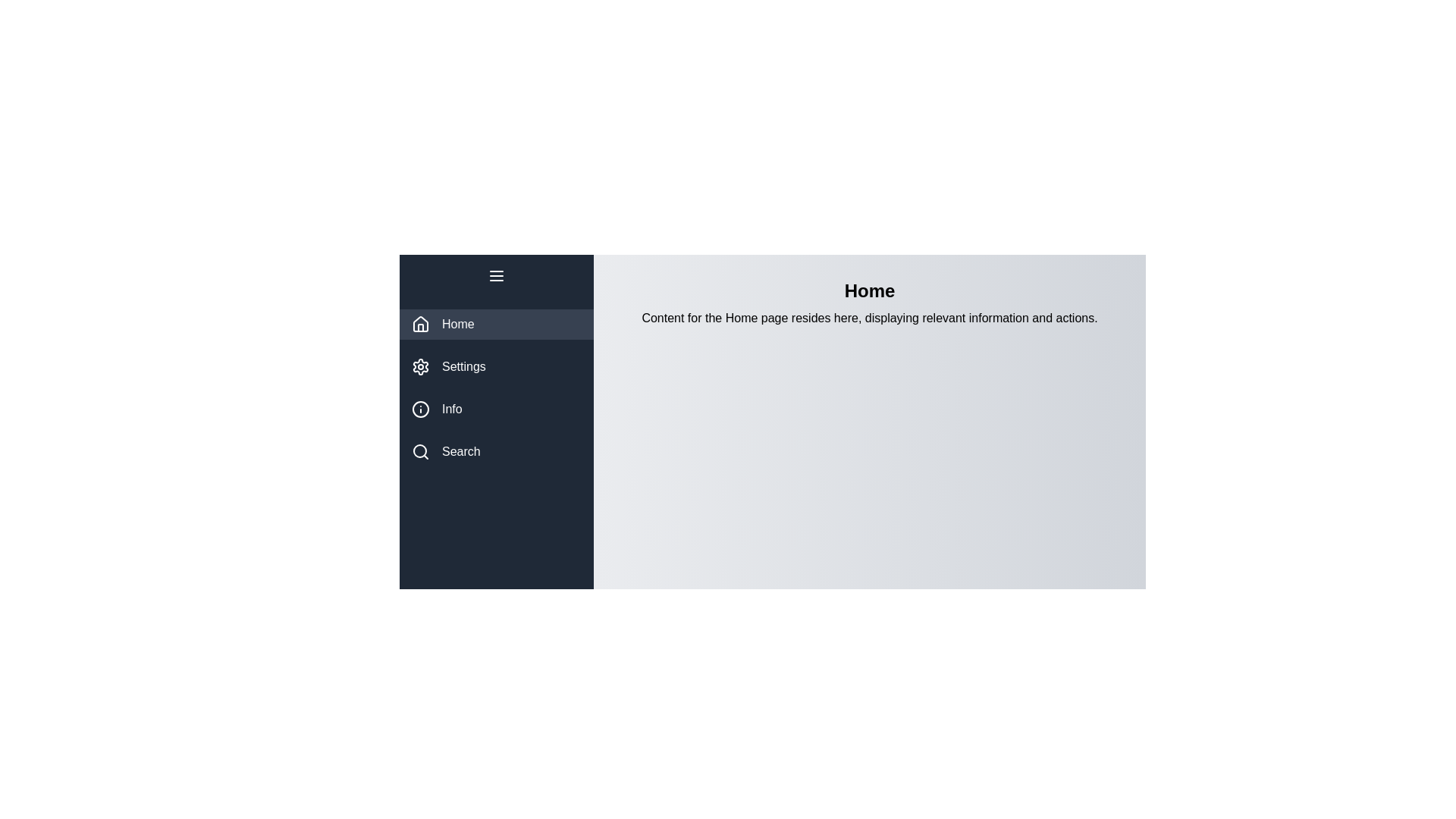 Image resolution: width=1456 pixels, height=819 pixels. Describe the element at coordinates (496, 409) in the screenshot. I see `the tab Info from the menu` at that location.